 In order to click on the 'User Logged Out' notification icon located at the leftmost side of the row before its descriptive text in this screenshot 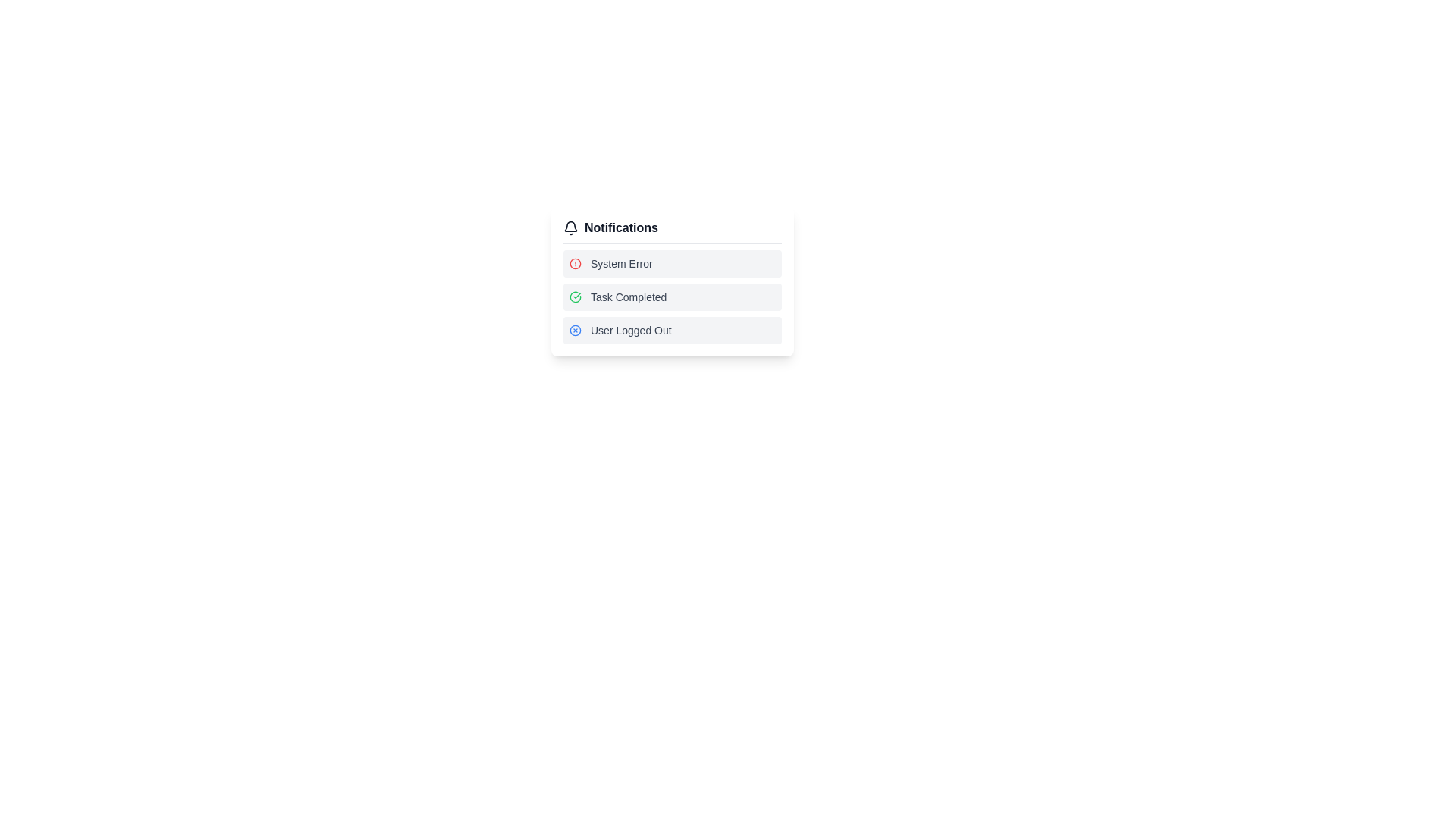, I will do `click(574, 329)`.